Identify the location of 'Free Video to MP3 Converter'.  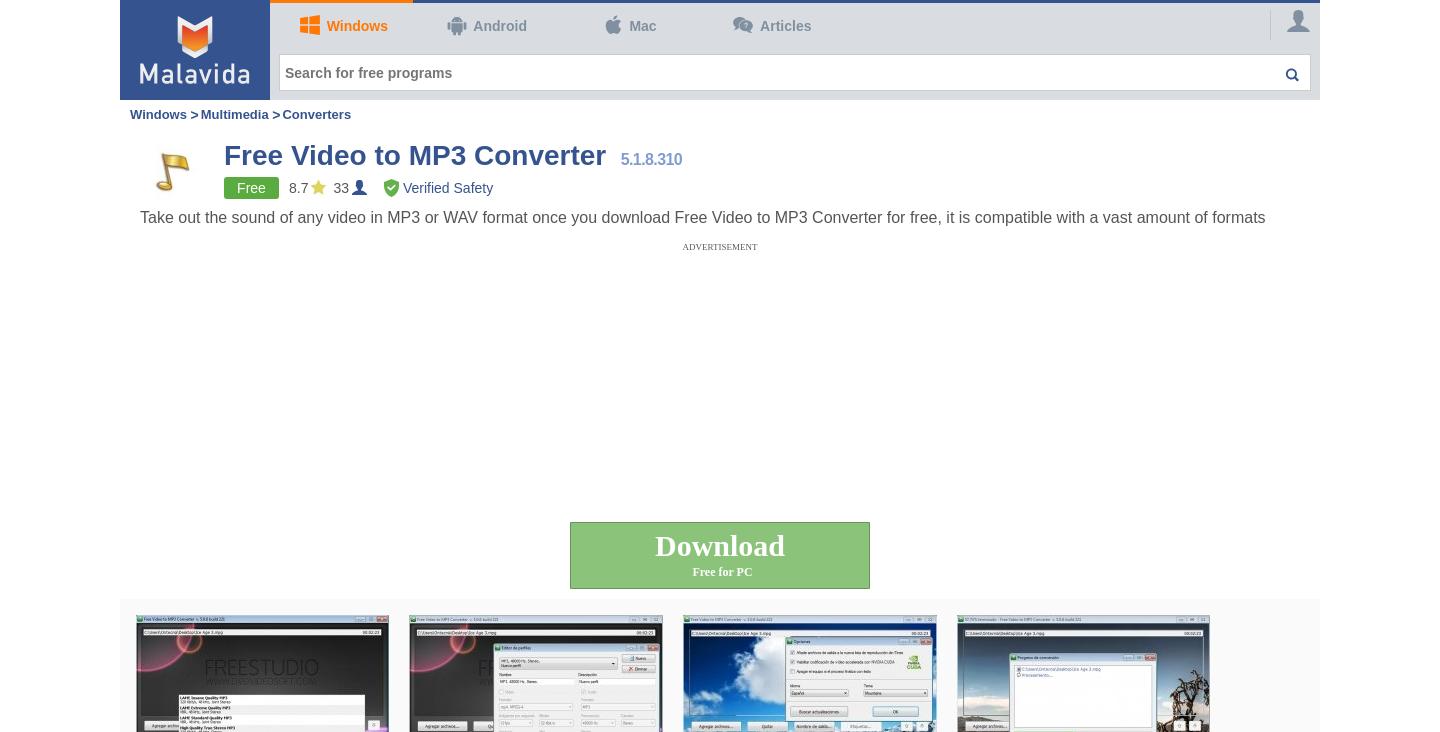
(414, 155).